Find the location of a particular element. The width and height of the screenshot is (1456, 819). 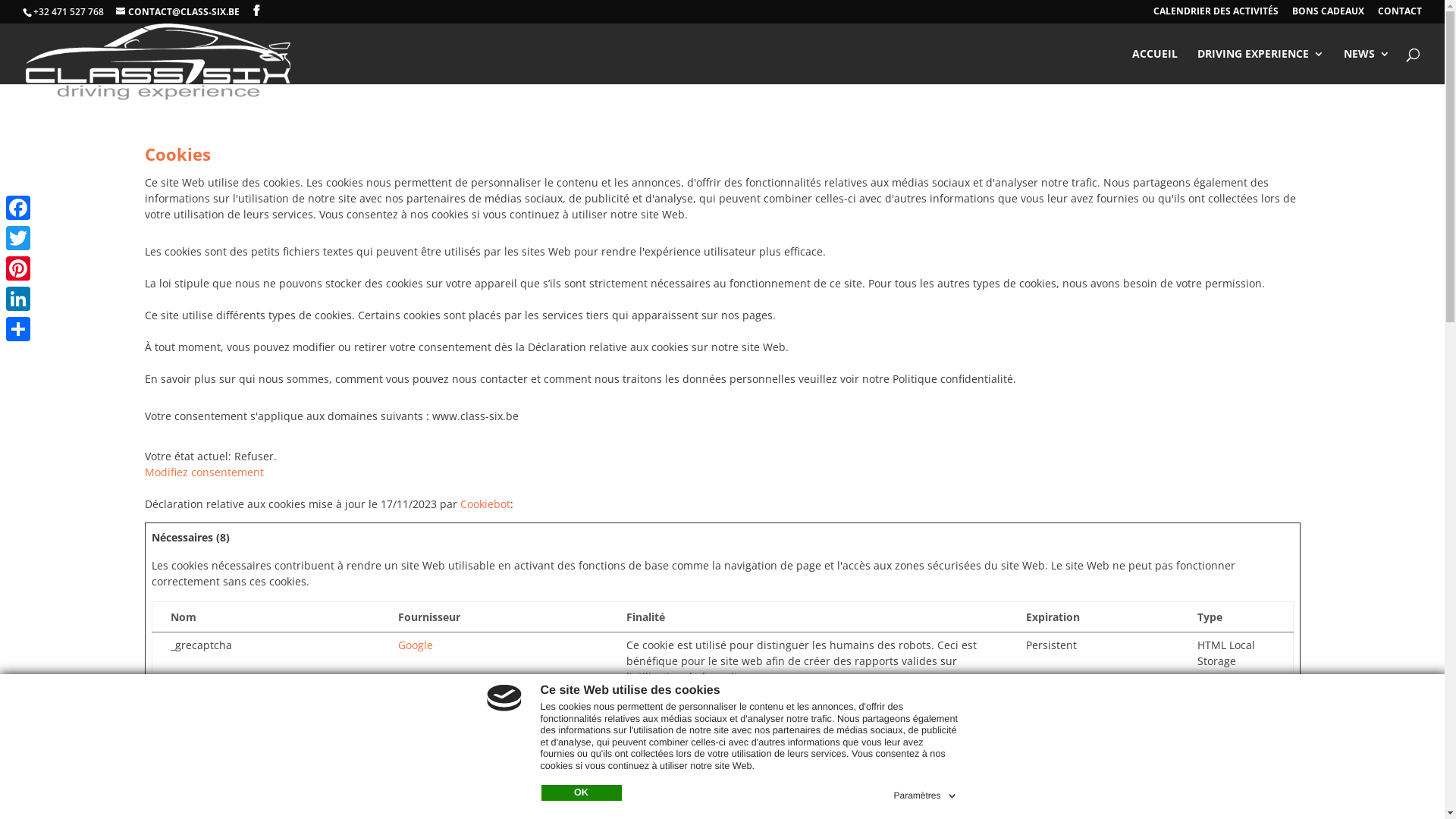

'Partager' is located at coordinates (18, 328).